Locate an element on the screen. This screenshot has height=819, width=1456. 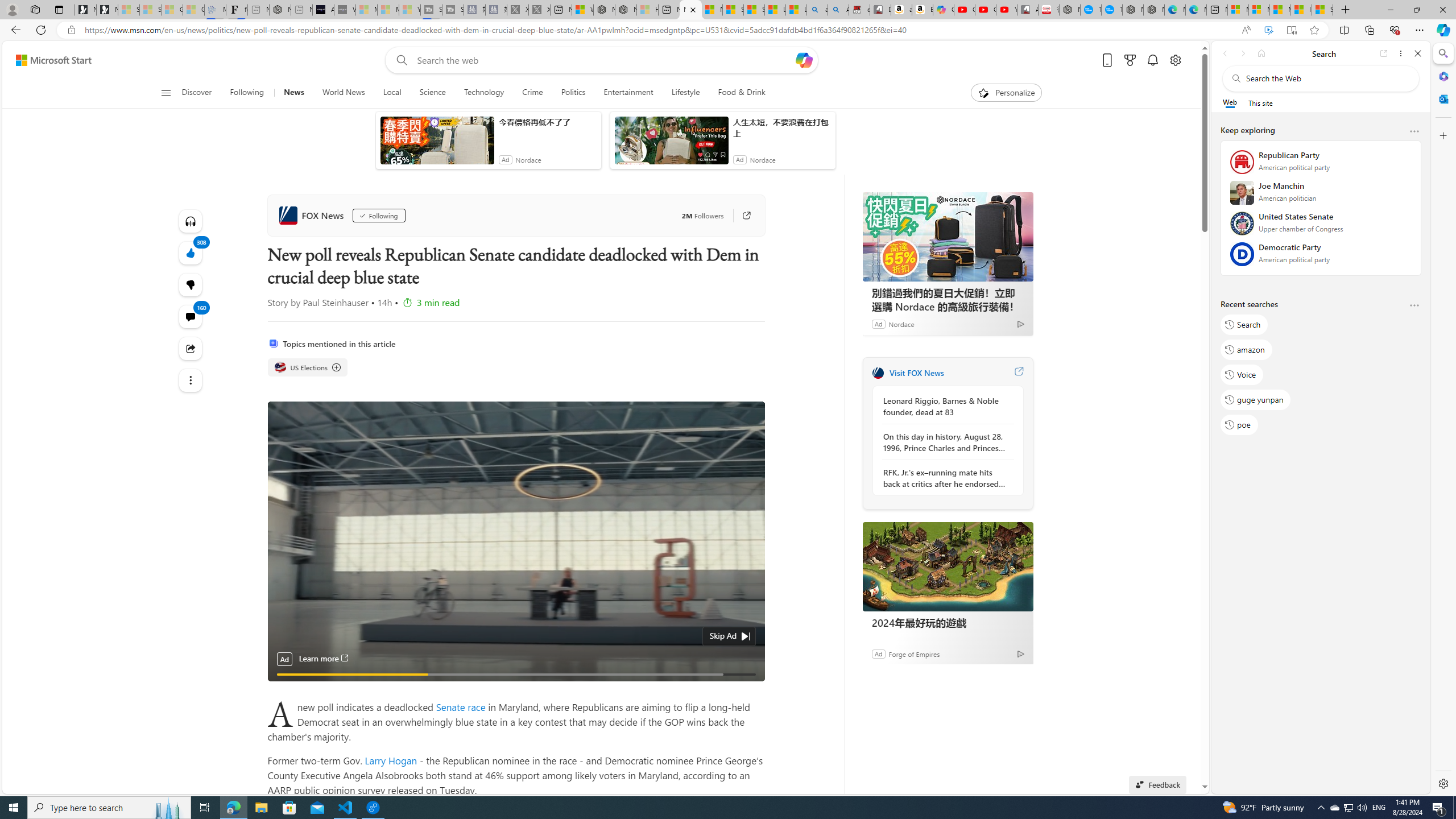
'Skip to footer' is located at coordinates (46, 59).